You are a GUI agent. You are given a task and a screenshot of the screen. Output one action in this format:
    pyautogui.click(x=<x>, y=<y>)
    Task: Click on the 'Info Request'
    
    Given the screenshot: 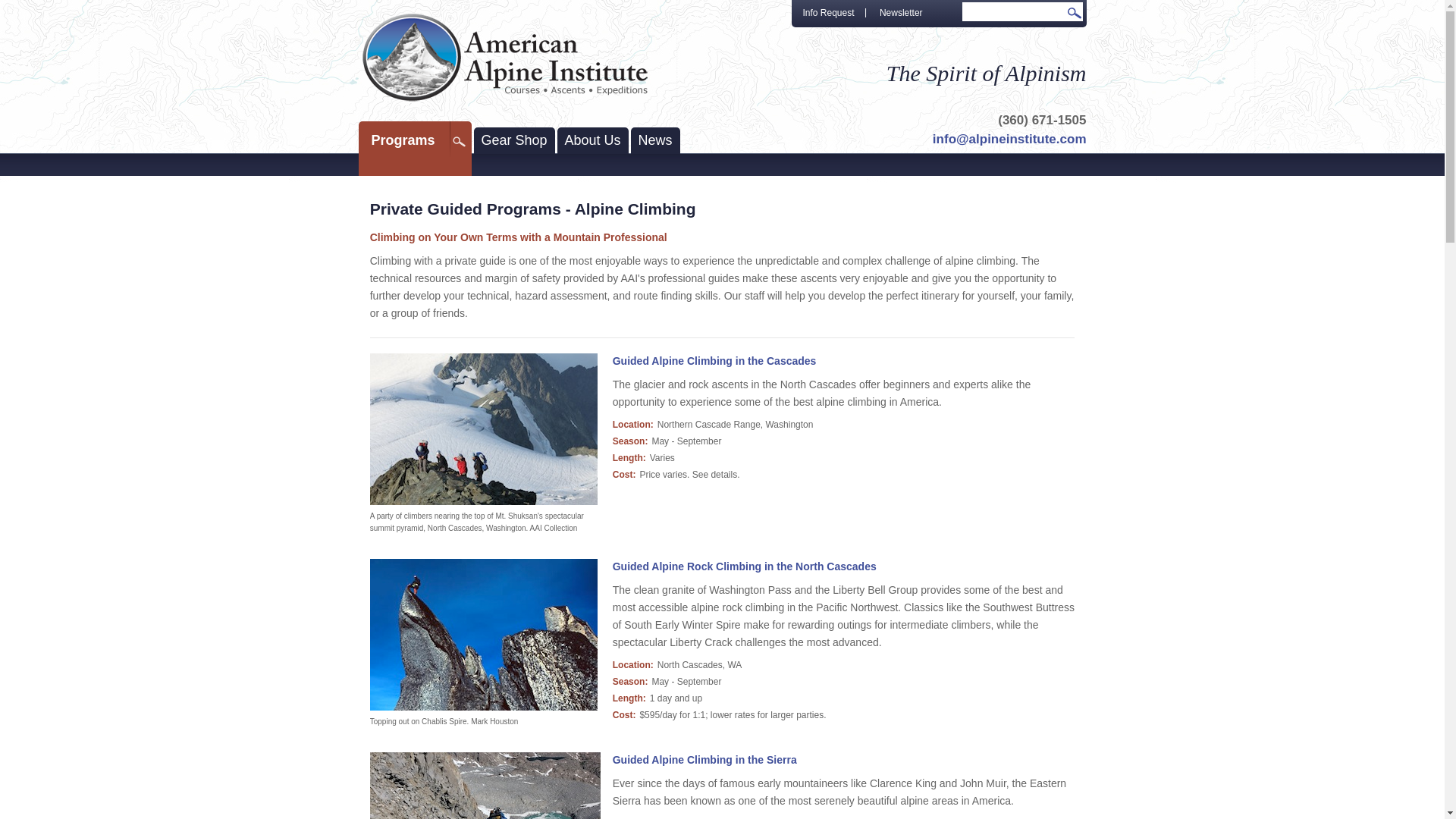 What is the action you would take?
    pyautogui.click(x=828, y=14)
    